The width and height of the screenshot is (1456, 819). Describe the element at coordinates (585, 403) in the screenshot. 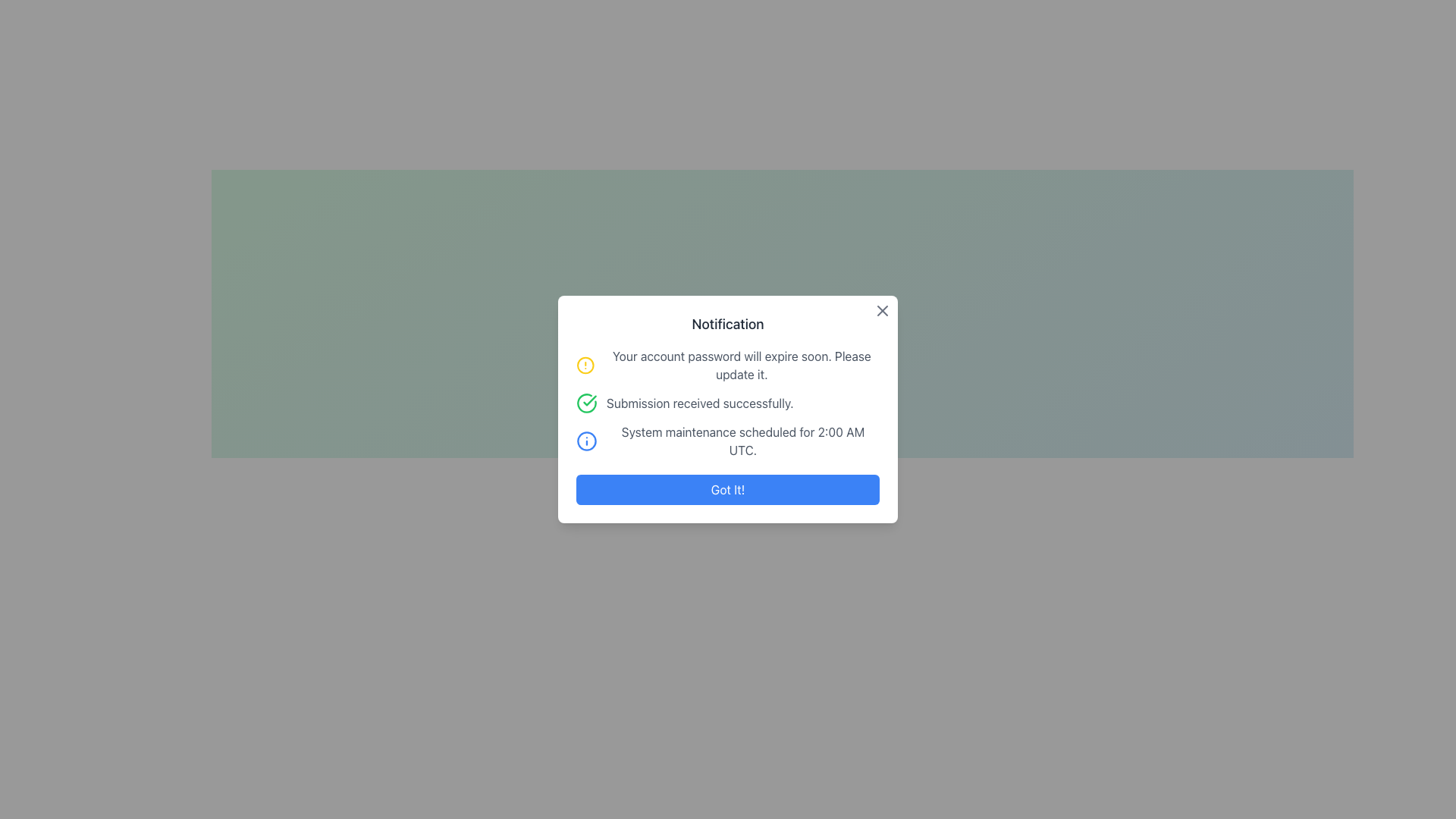

I see `the success confirmation icon located to the left of the text 'Submission received successfully.'` at that location.